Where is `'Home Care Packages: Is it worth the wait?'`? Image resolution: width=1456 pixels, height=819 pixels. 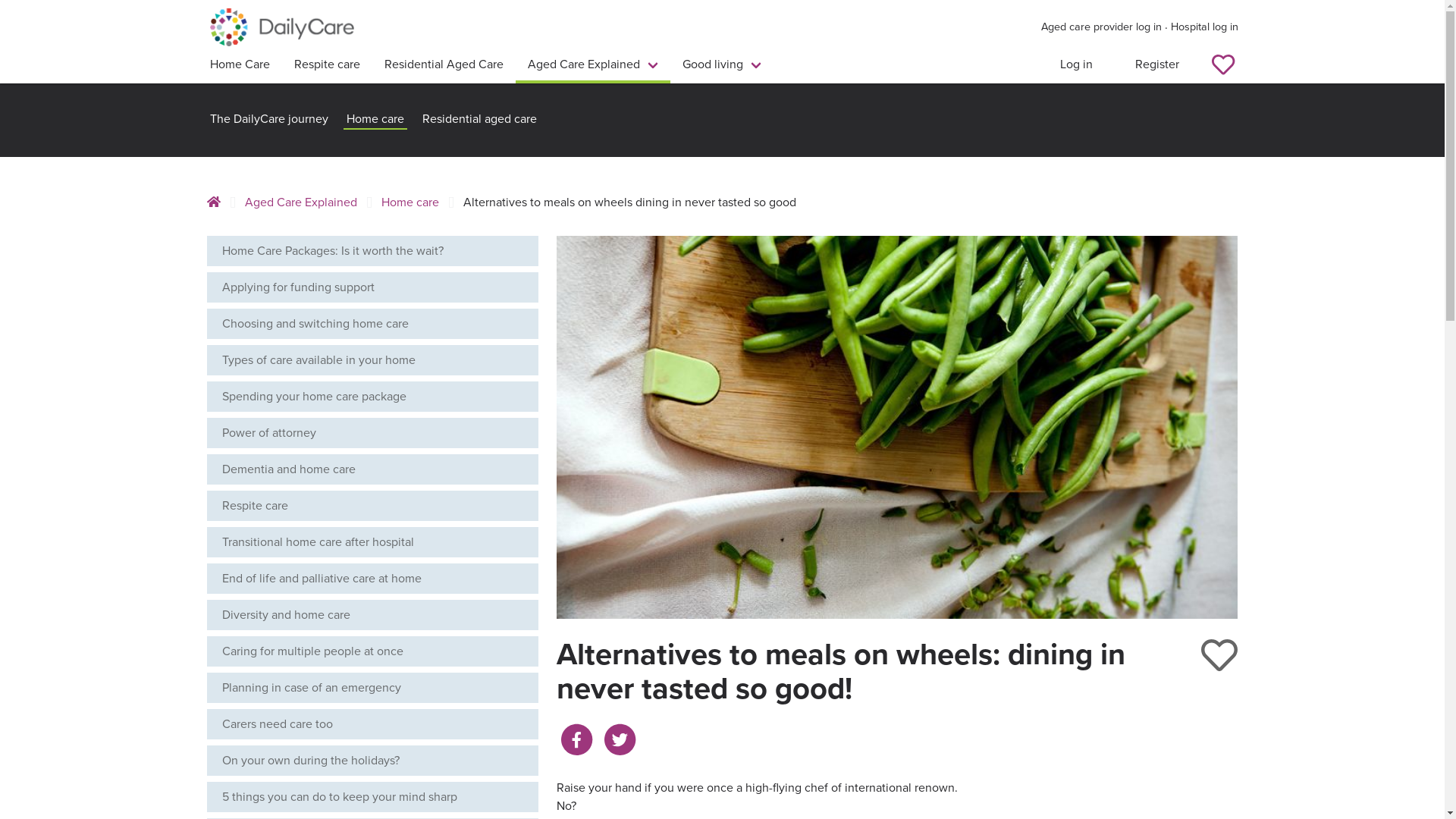
'Home Care Packages: Is it worth the wait?' is located at coordinates (372, 250).